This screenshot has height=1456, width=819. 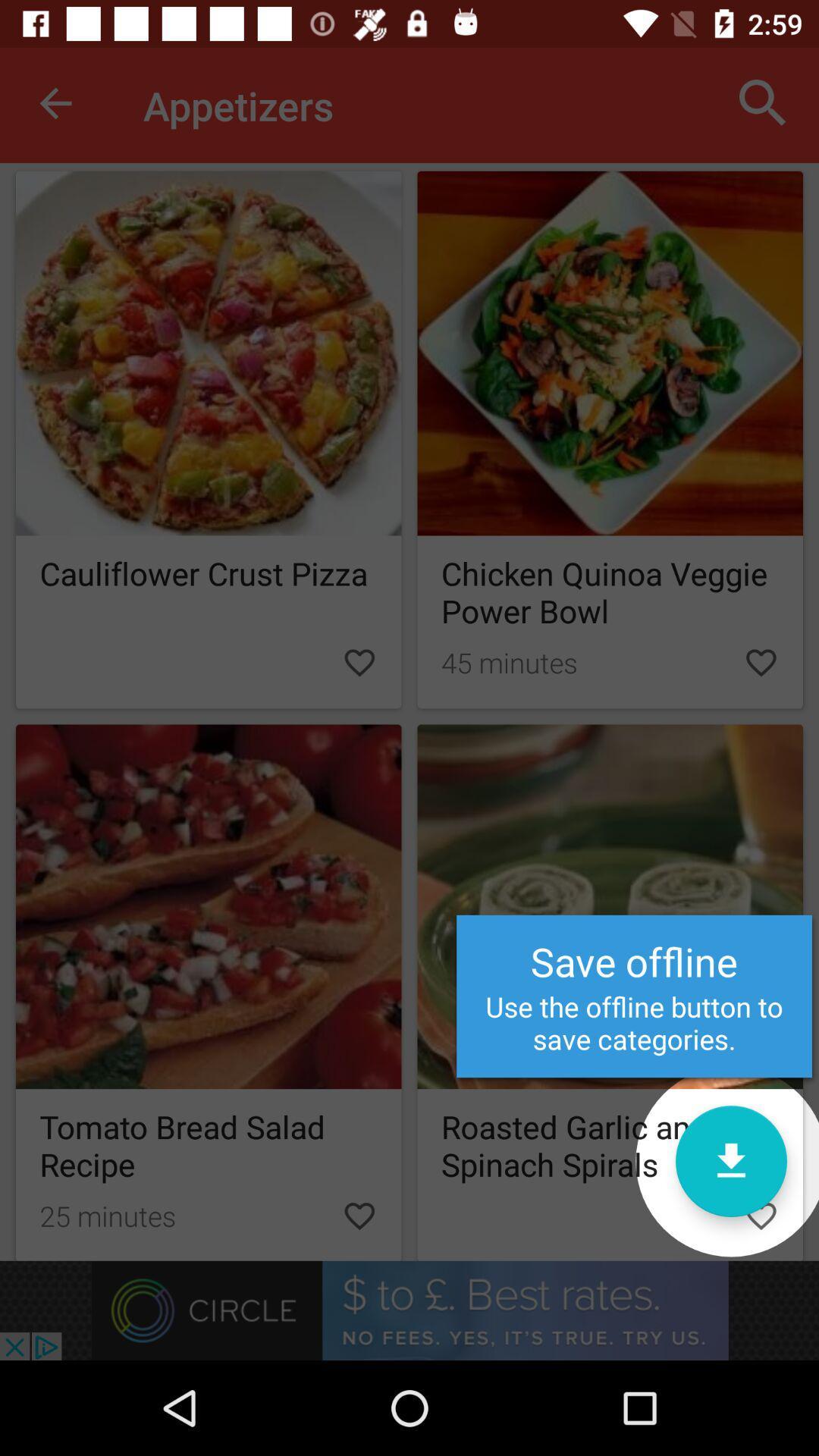 What do you see at coordinates (730, 1160) in the screenshot?
I see `save button` at bounding box center [730, 1160].